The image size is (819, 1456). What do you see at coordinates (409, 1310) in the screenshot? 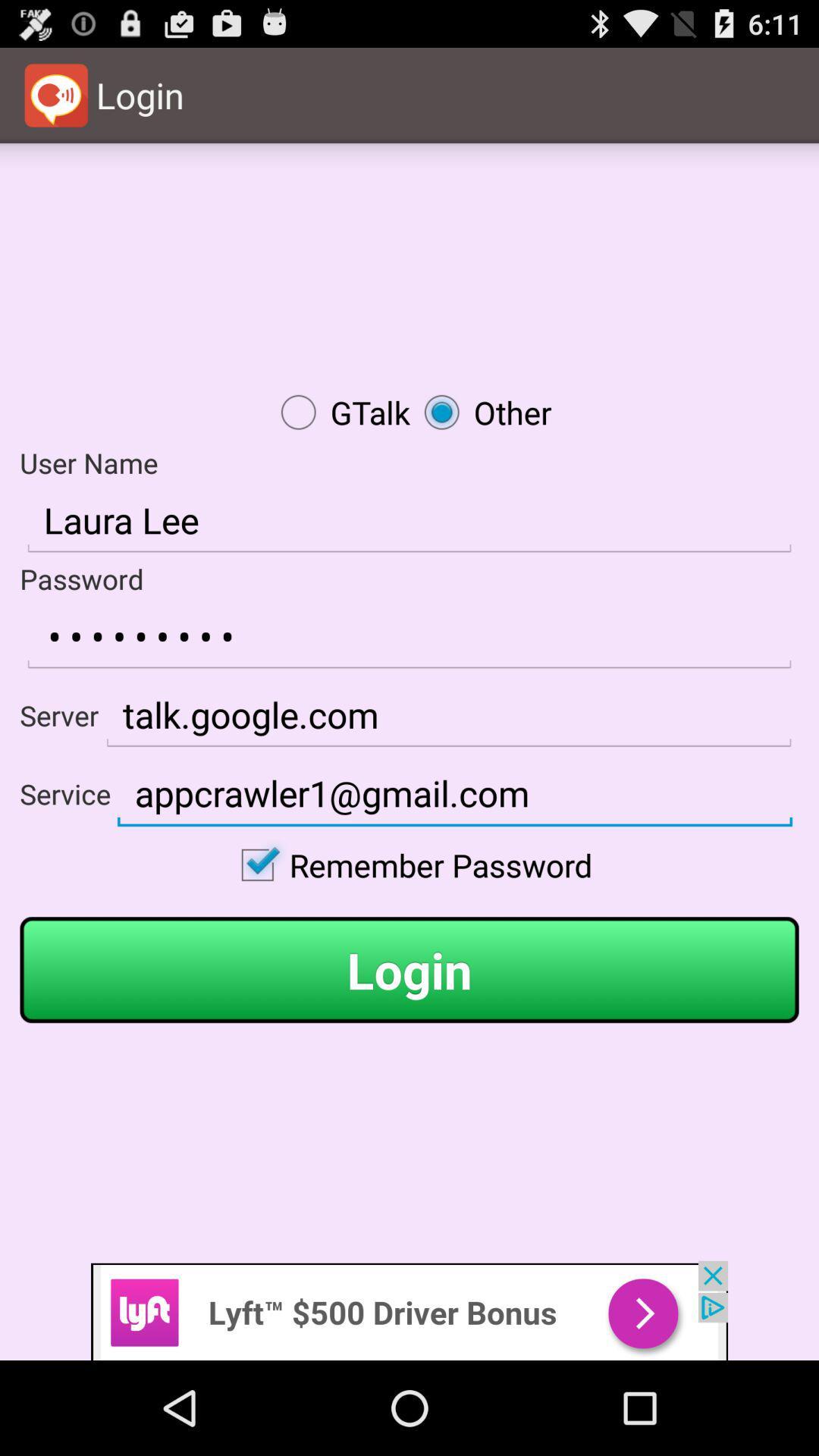
I see `open advertisement` at bounding box center [409, 1310].